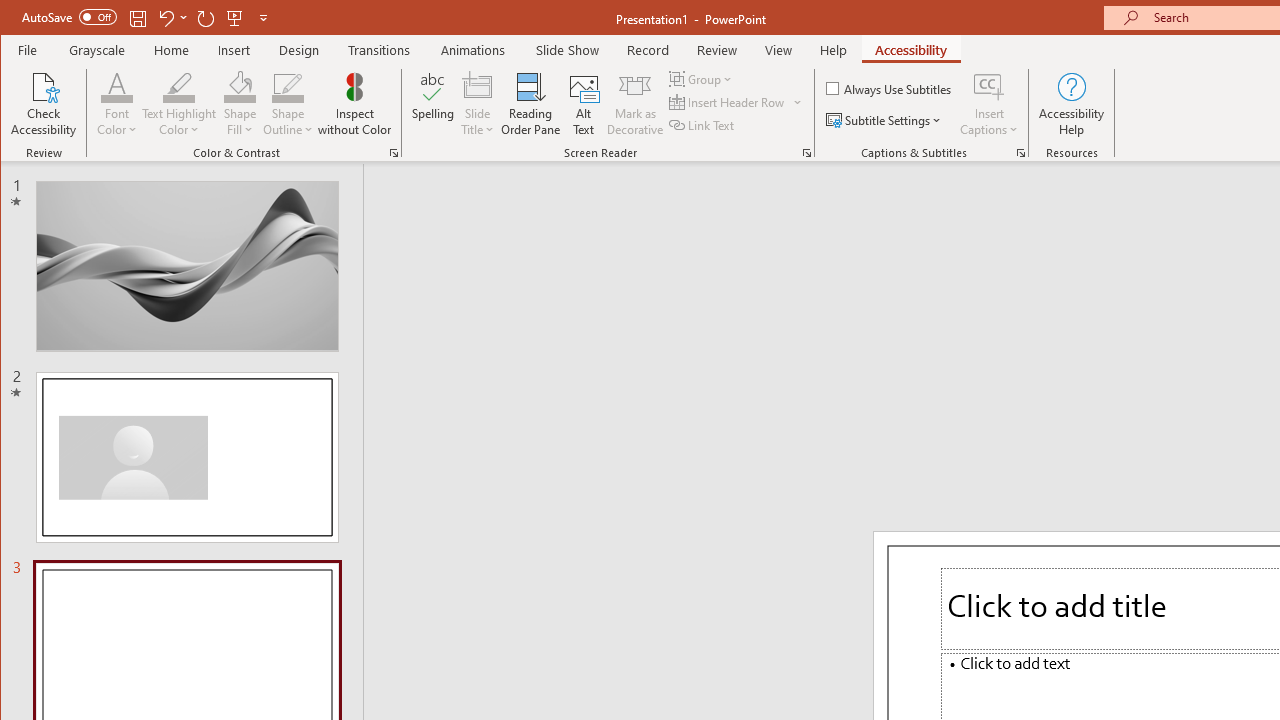 The width and height of the screenshot is (1280, 720). Describe the element at coordinates (884, 120) in the screenshot. I see `'Subtitle Settings'` at that location.